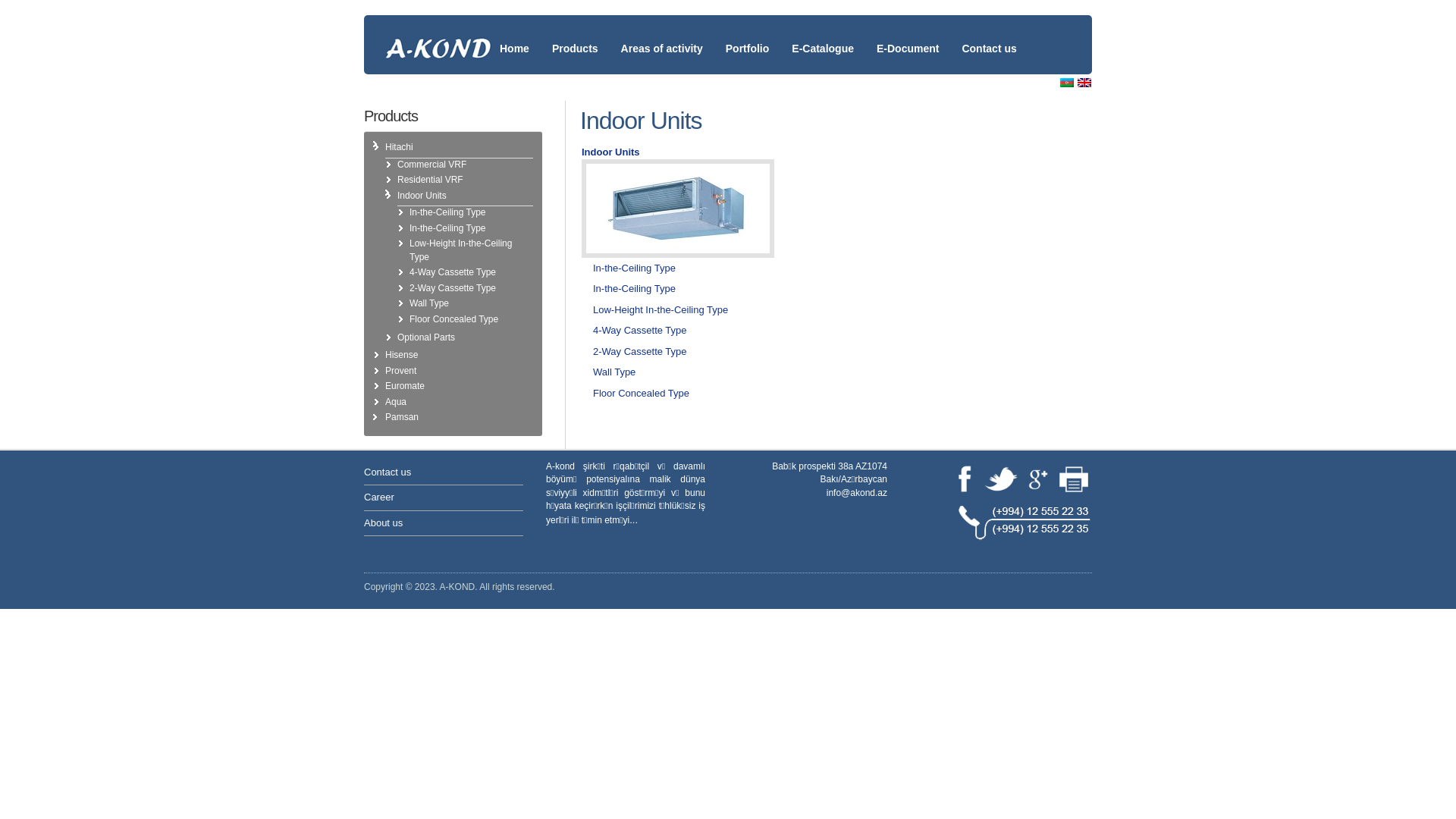  Describe the element at coordinates (614, 372) in the screenshot. I see `'Wall Type'` at that location.